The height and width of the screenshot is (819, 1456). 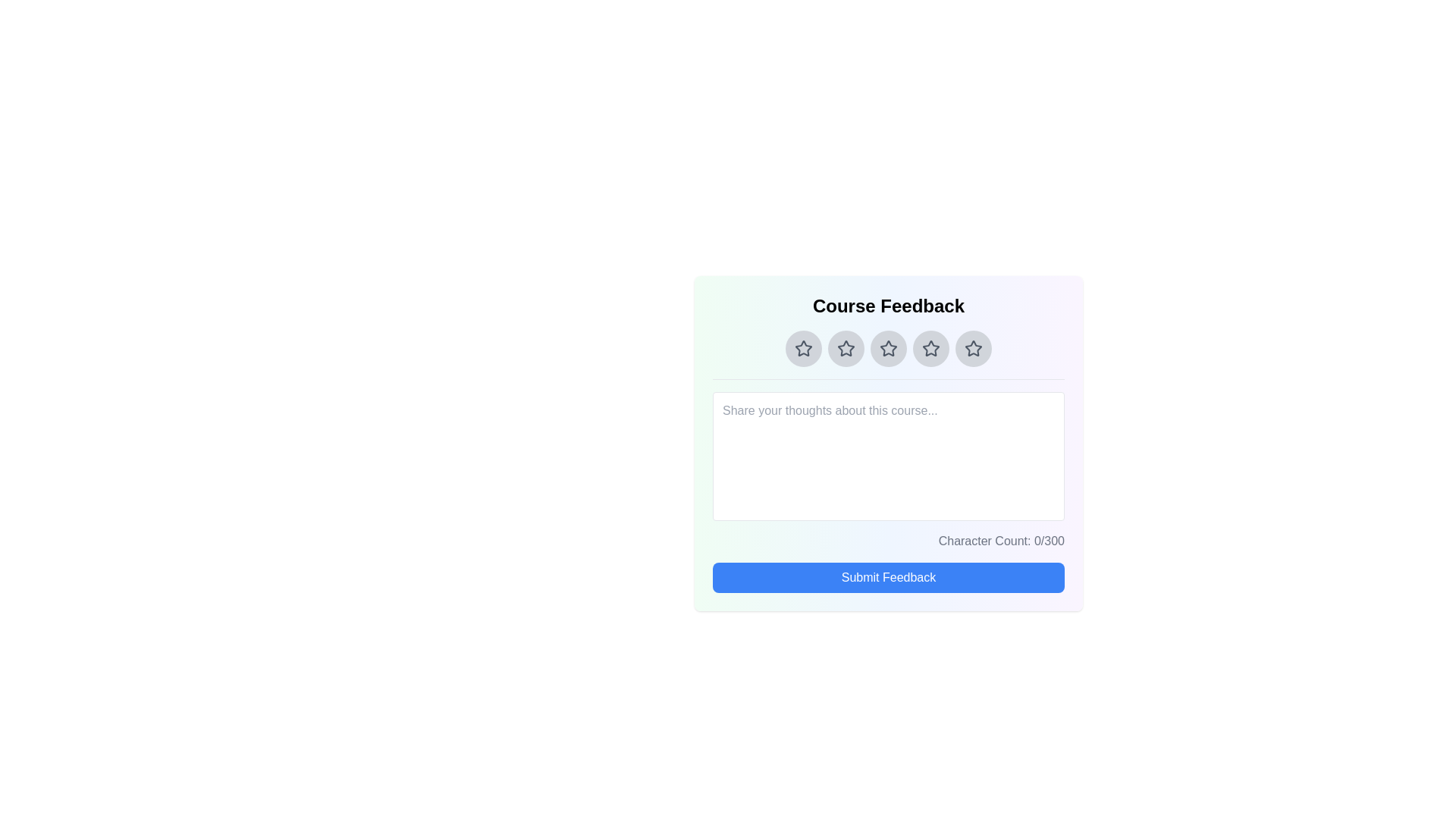 What do you see at coordinates (888, 455) in the screenshot?
I see `the comment box to select text` at bounding box center [888, 455].